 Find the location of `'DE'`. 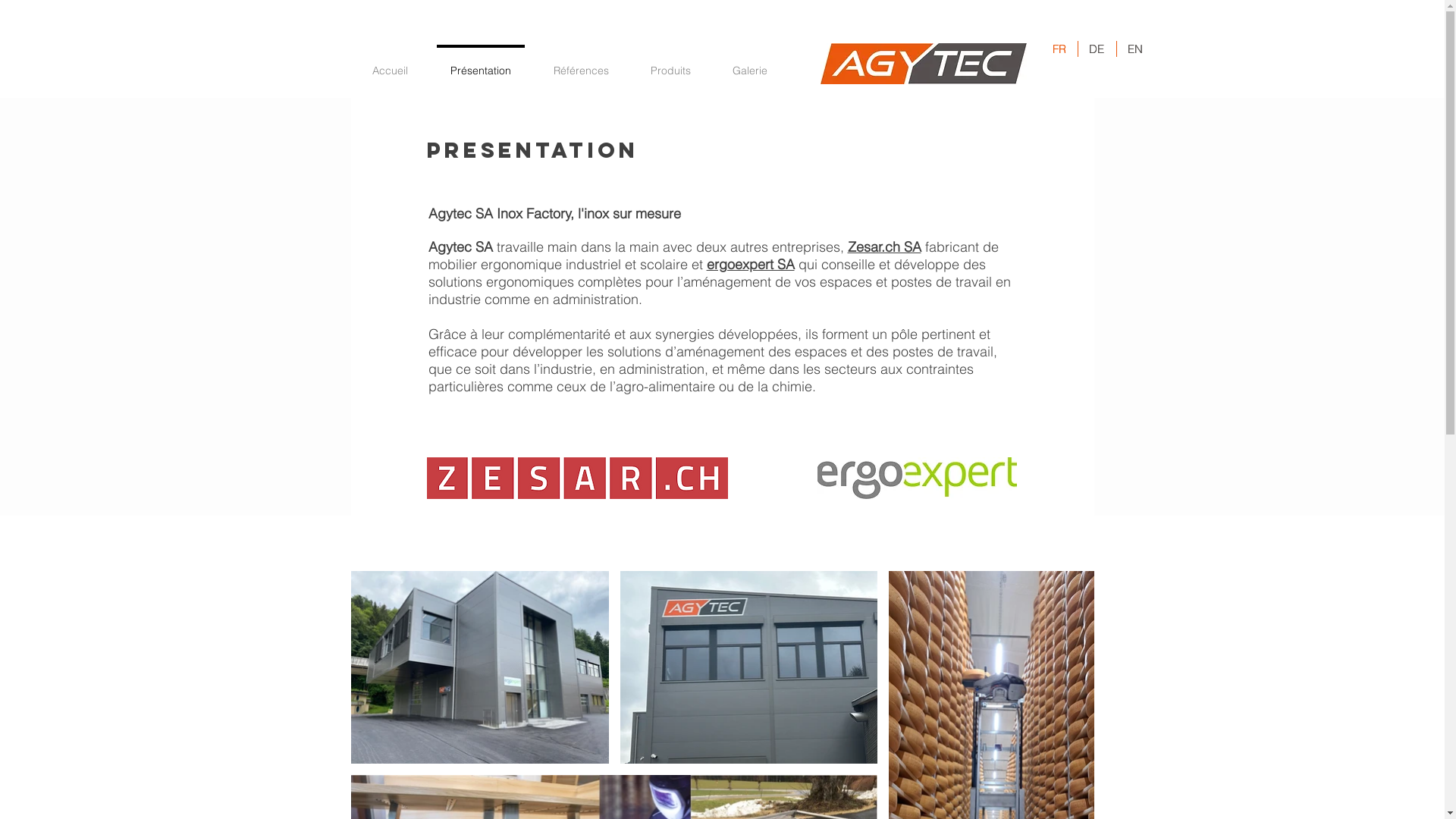

'DE' is located at coordinates (1097, 48).